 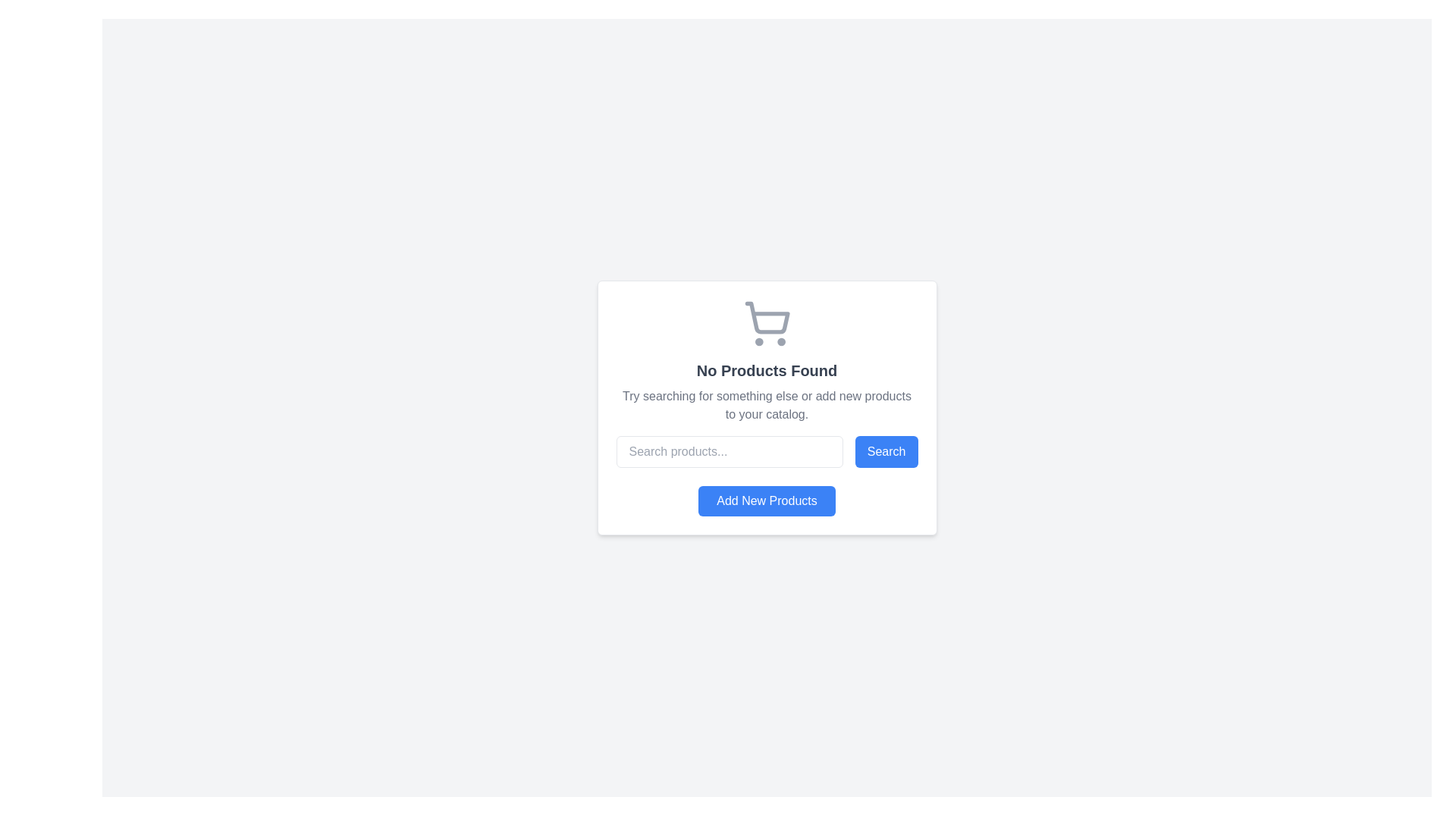 What do you see at coordinates (767, 500) in the screenshot?
I see `the button that allows users to add new products to their catalog, located below the search input field and the text 'Try searching for something else or add new products to your catalog.'` at bounding box center [767, 500].